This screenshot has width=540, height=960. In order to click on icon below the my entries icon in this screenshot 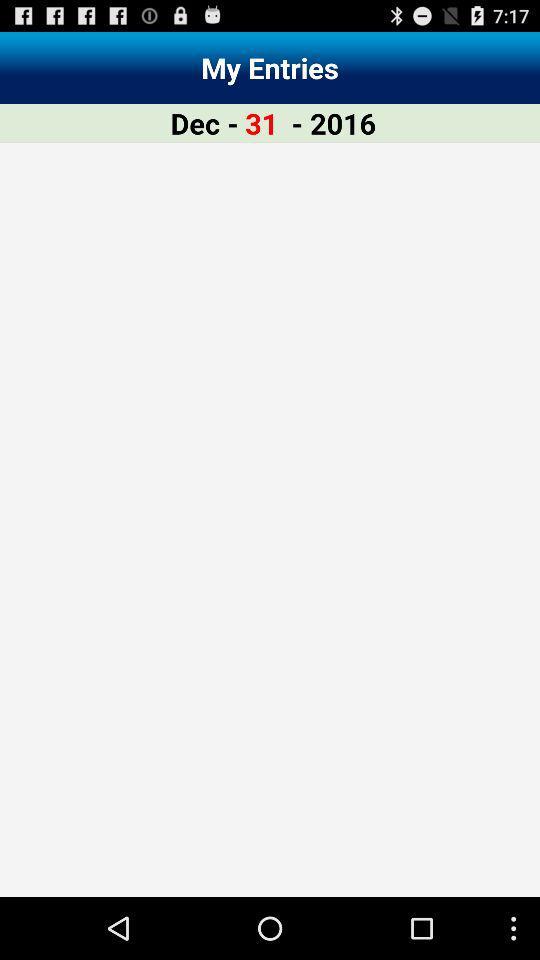, I will do `click(333, 122)`.